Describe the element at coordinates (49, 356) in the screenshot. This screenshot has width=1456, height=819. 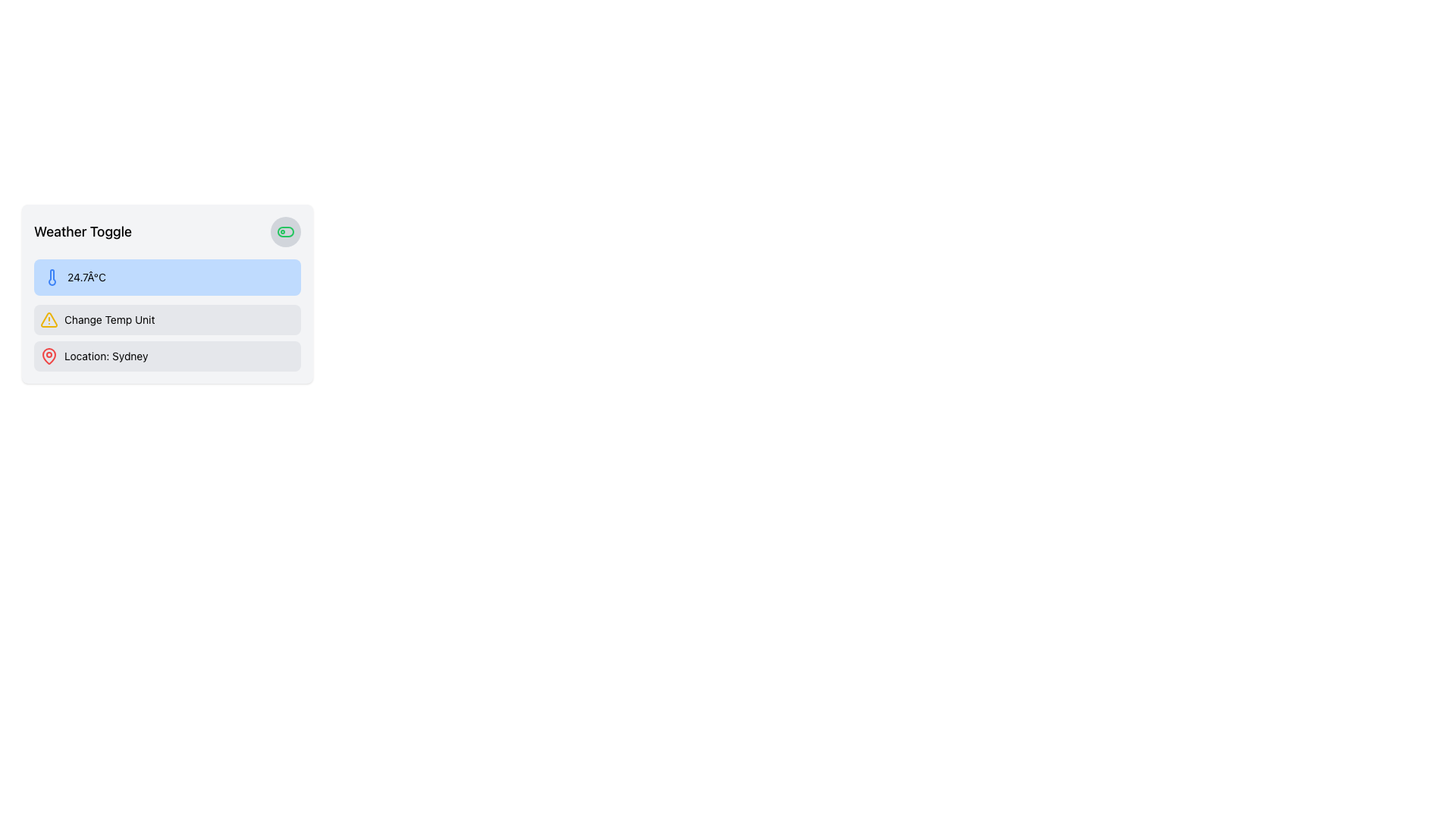
I see `the red map pin icon located beside the text 'Location: Sydney' in a light gray background area` at that location.